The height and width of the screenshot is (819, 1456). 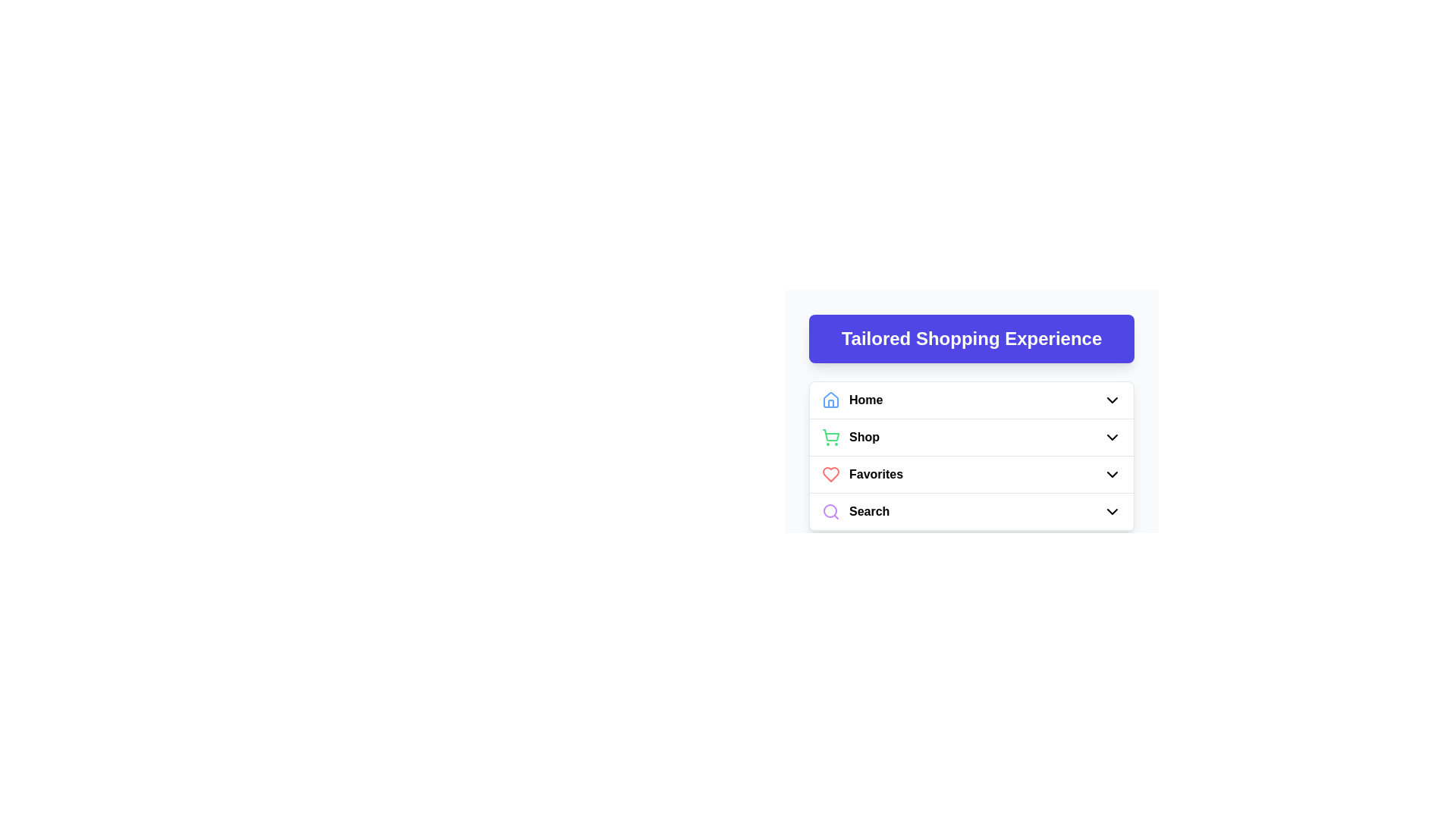 I want to click on the 'Search' menu item, which is styled with bold font and accompanied by a purple magnifying glass icon, located in the Tailored Shopping Experience section, so click(x=855, y=512).